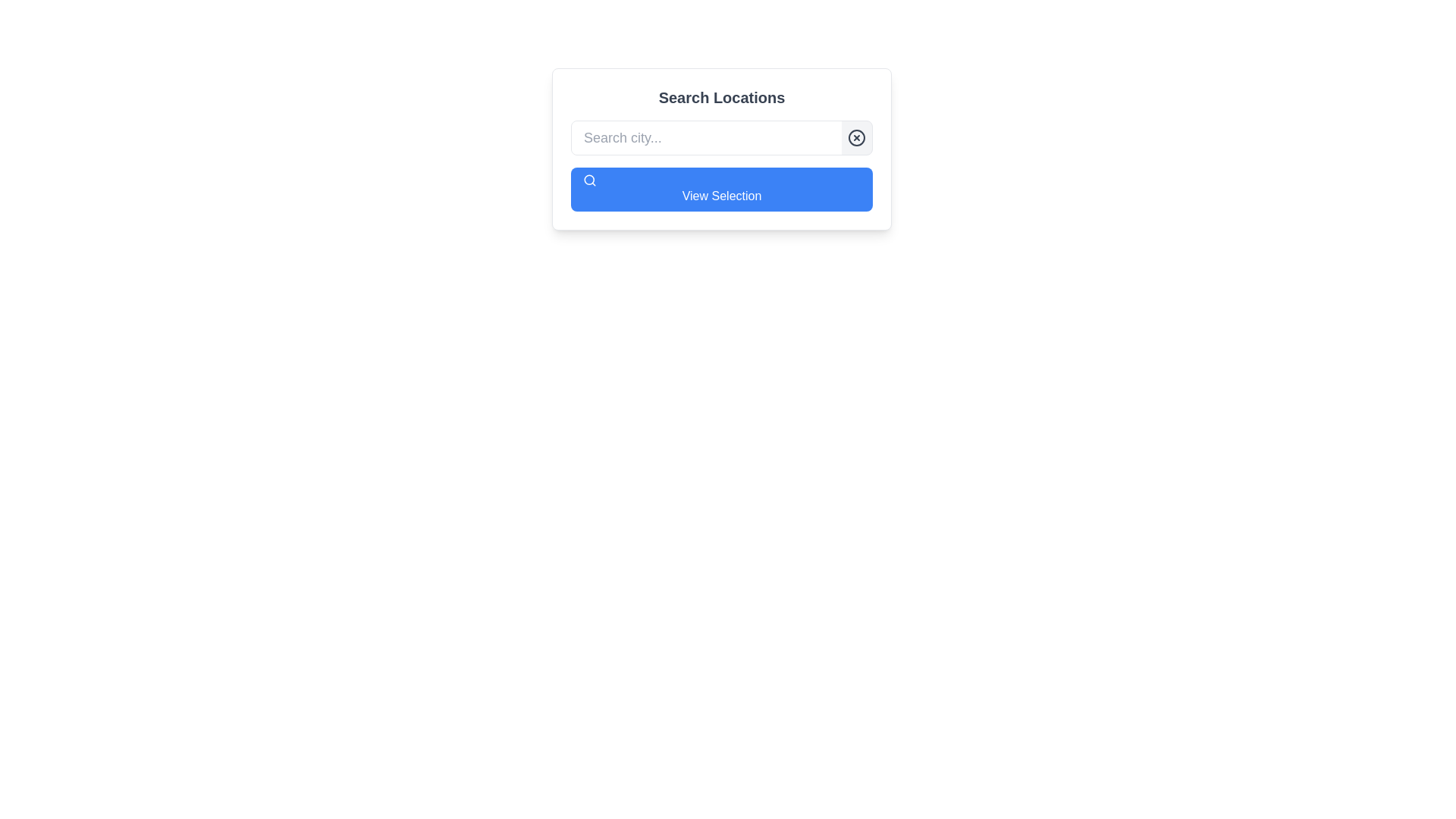  What do you see at coordinates (720, 97) in the screenshot?
I see `the 'Search Locations' label, which is a prominent gray text label displayed in a bold and large font at the top of the layout` at bounding box center [720, 97].